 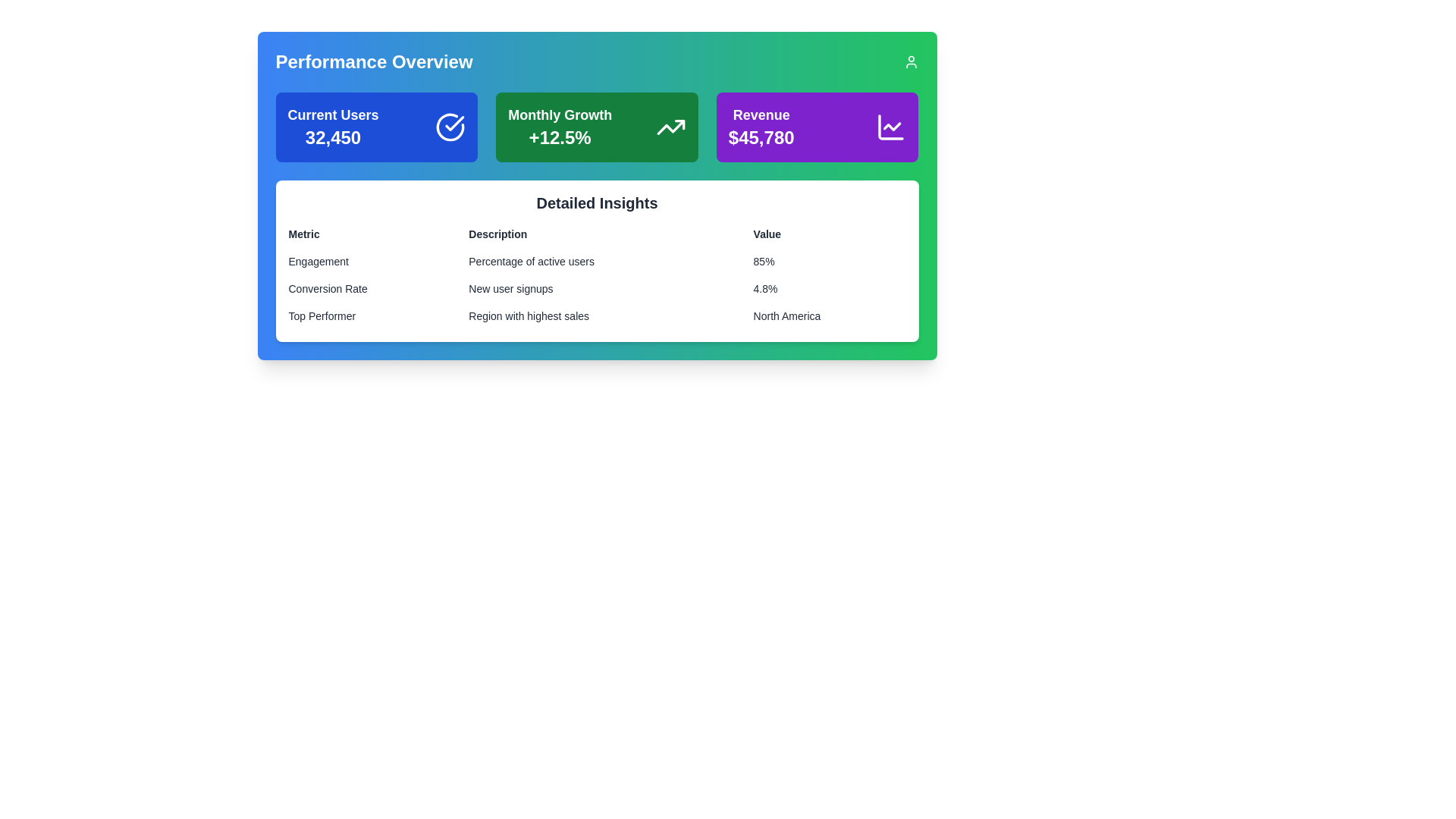 I want to click on the user icon, which is a minimalist SVG graphic with a circular head and semi-circular body, located in the top-right corner of the interface, so click(x=910, y=61).